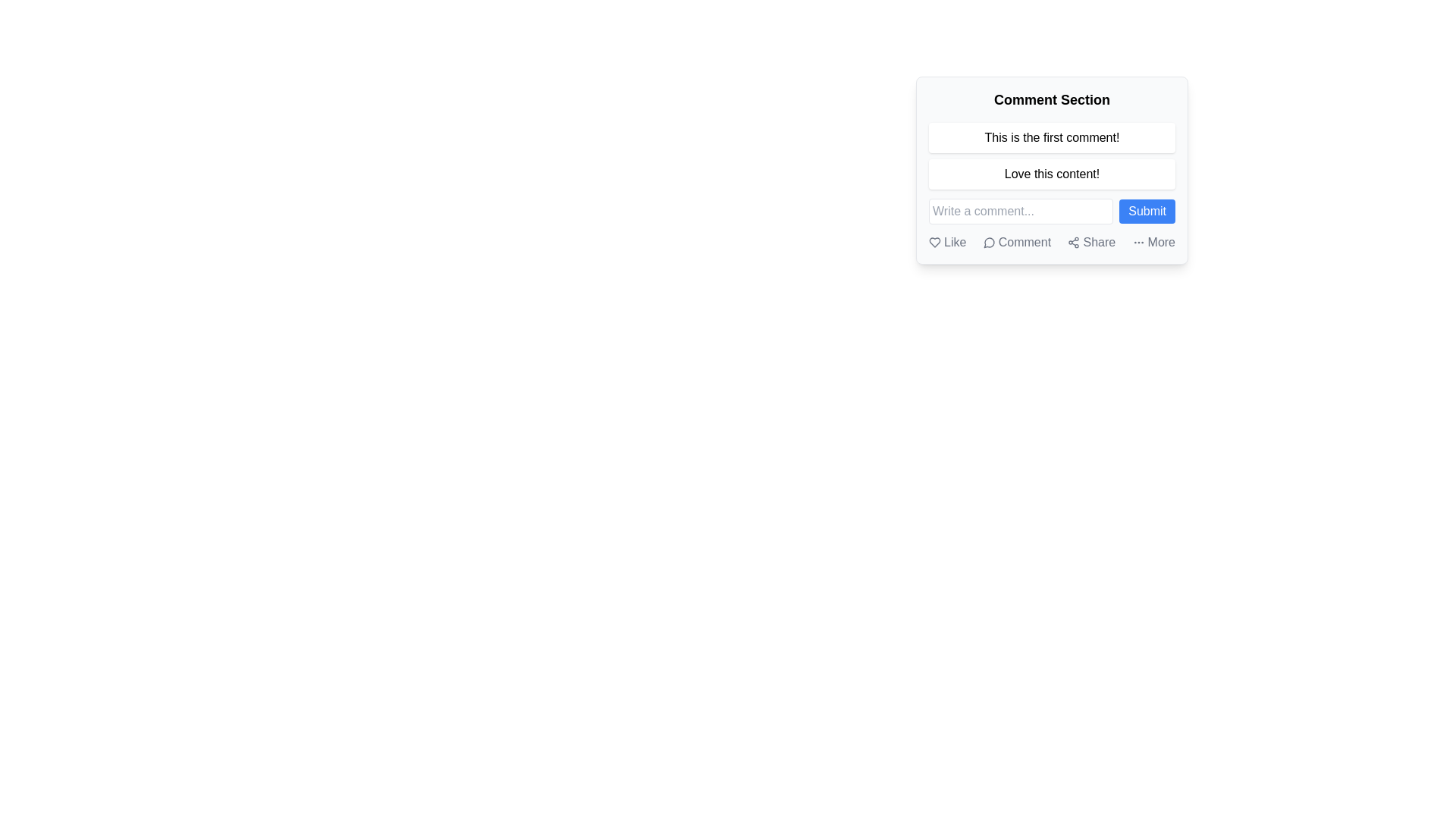 The image size is (1456, 819). What do you see at coordinates (1153, 242) in the screenshot?
I see `the fourth button in the horizontal action bar below the comment section` at bounding box center [1153, 242].